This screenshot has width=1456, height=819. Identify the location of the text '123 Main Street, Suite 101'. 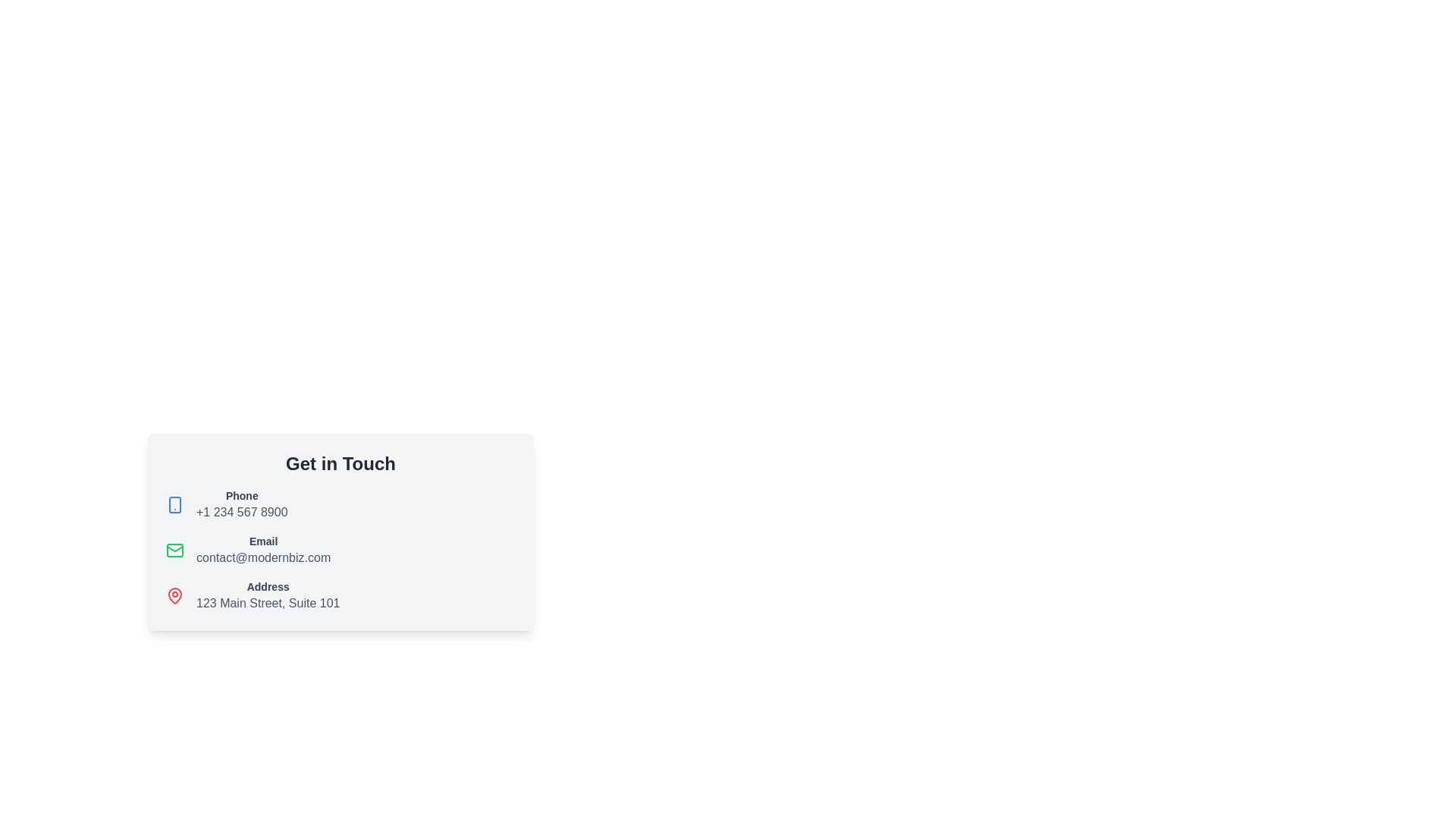
(268, 602).